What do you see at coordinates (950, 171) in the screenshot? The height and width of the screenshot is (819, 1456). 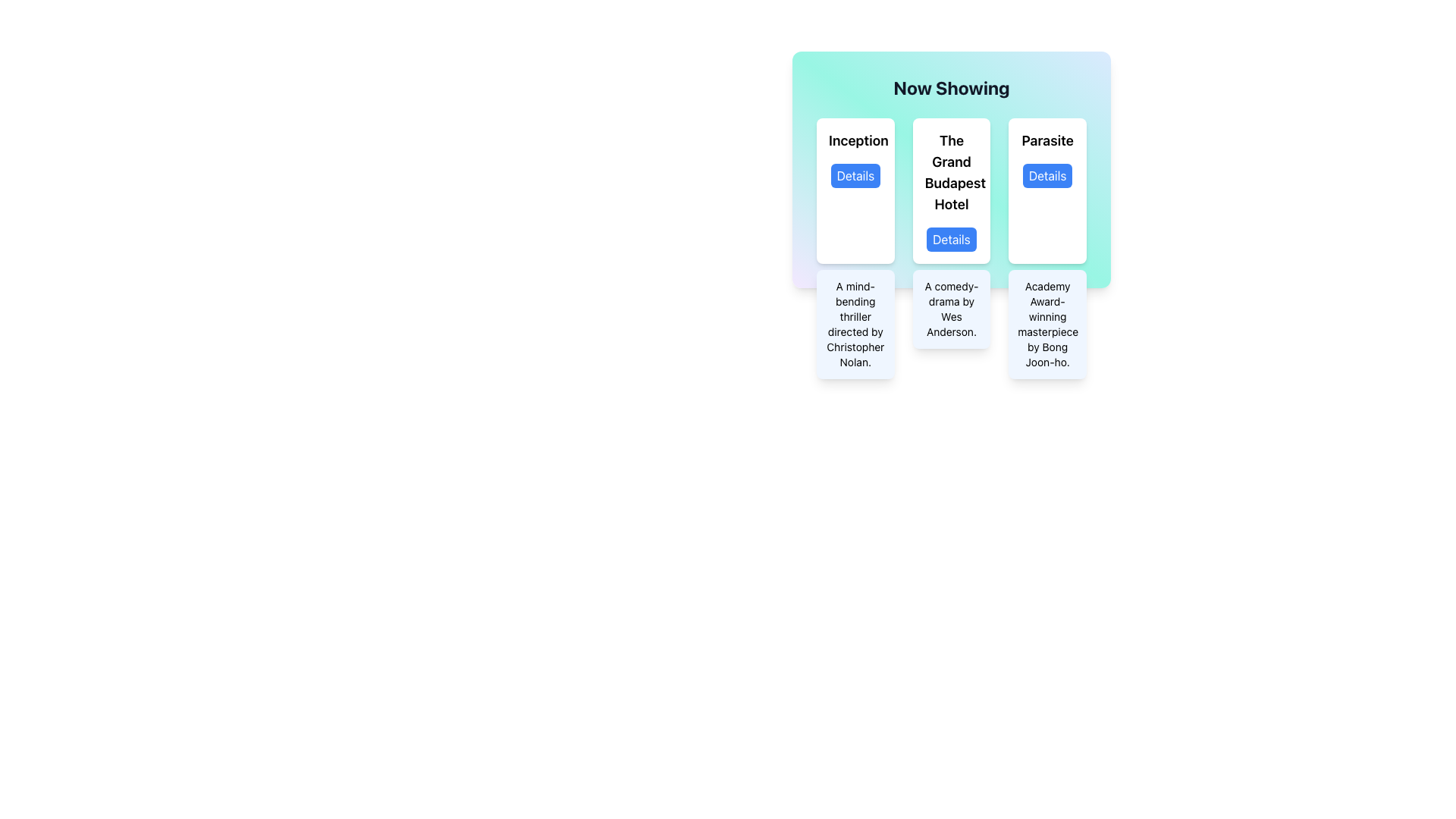 I see `the text label displaying 'The Grand Budapest Hotel', which is centrally aligned and positioned above the 'Details' button in the 'Now Showing' section` at bounding box center [950, 171].